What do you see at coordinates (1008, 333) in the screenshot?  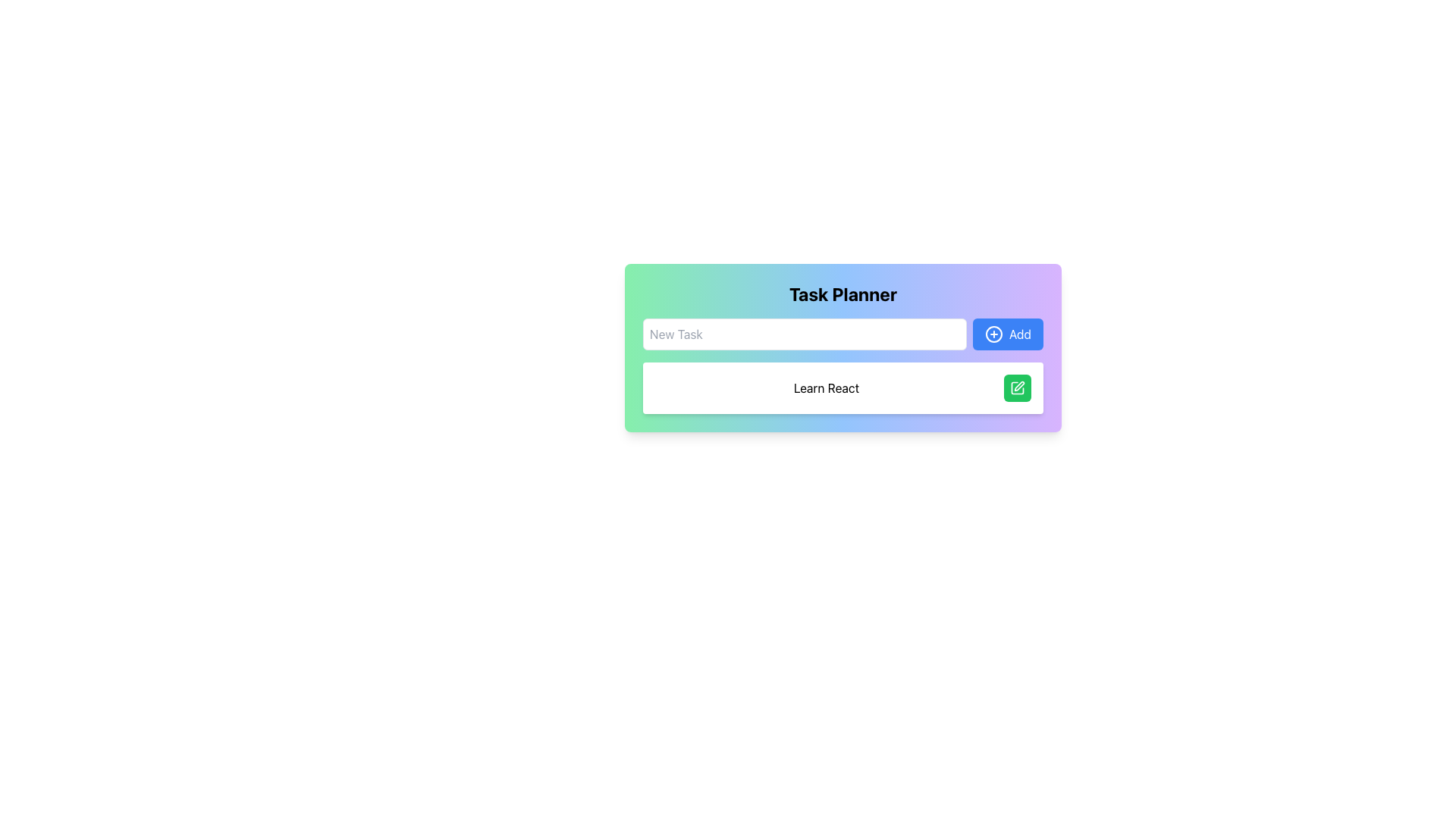 I see `the button located to the right of the 'New Task' input field` at bounding box center [1008, 333].